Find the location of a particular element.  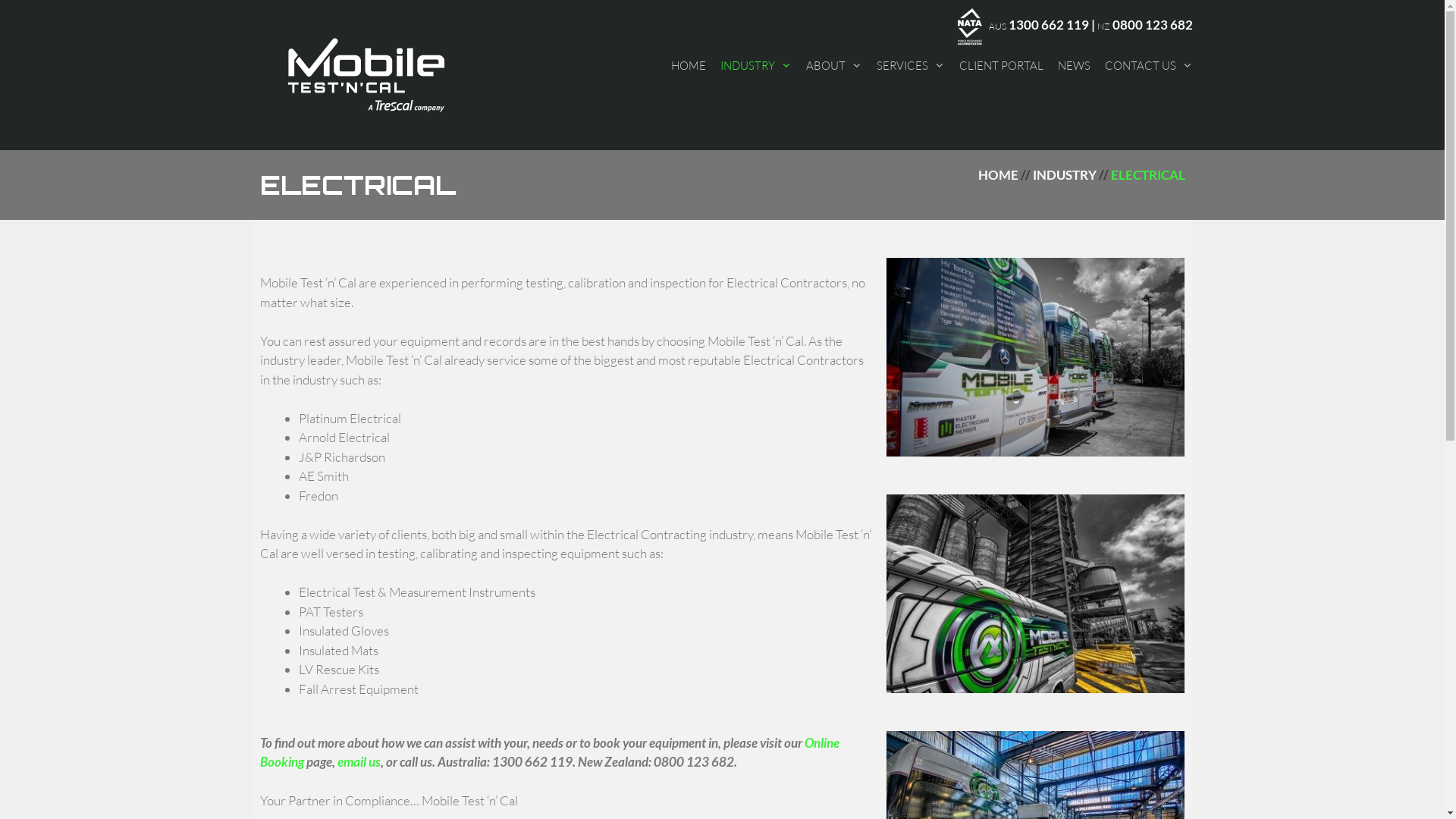

'INDUSTRY' is located at coordinates (720, 64).